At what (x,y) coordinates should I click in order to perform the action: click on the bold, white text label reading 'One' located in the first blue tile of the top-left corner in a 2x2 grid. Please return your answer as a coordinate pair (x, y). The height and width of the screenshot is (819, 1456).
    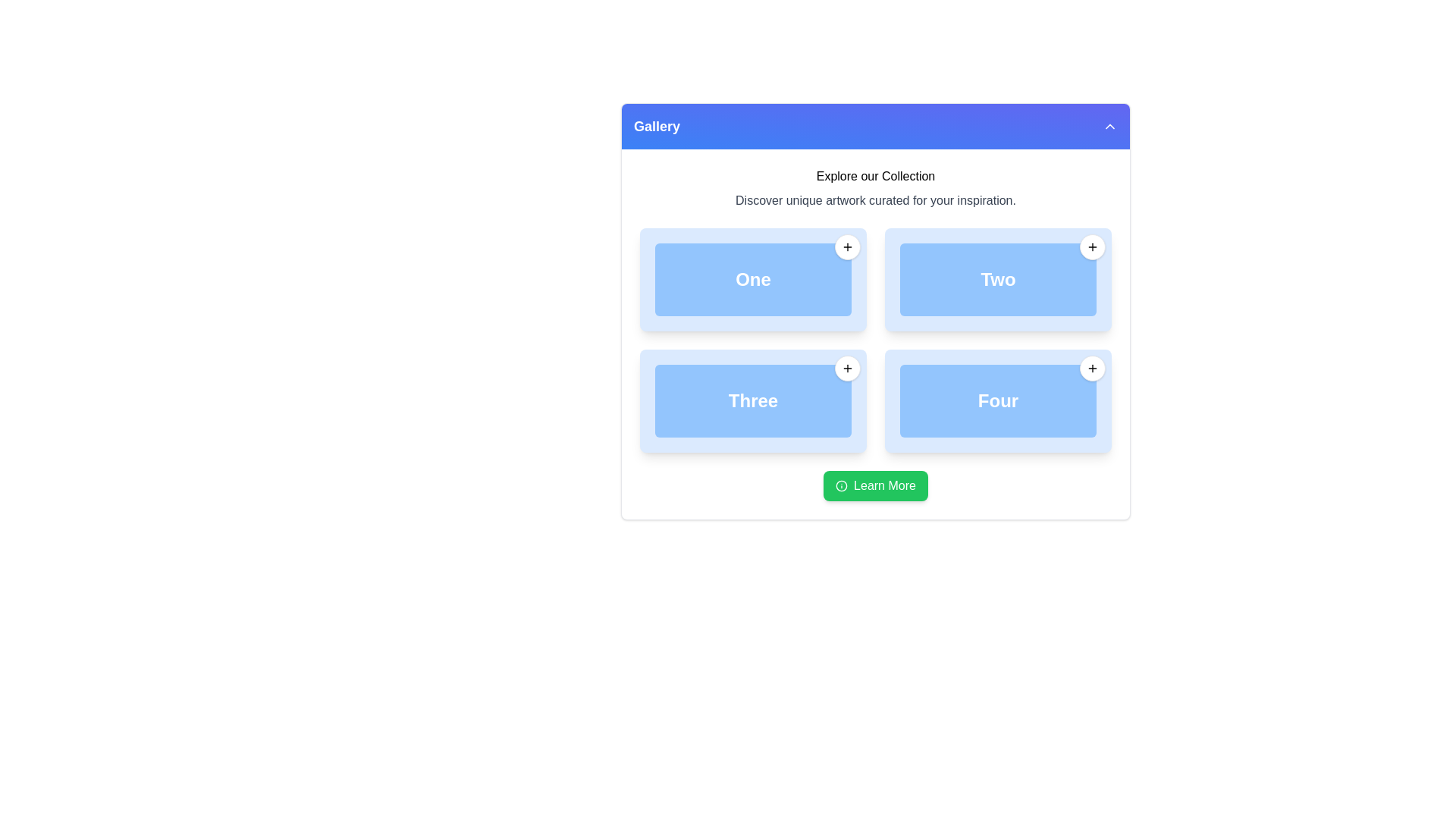
    Looking at the image, I should click on (753, 280).